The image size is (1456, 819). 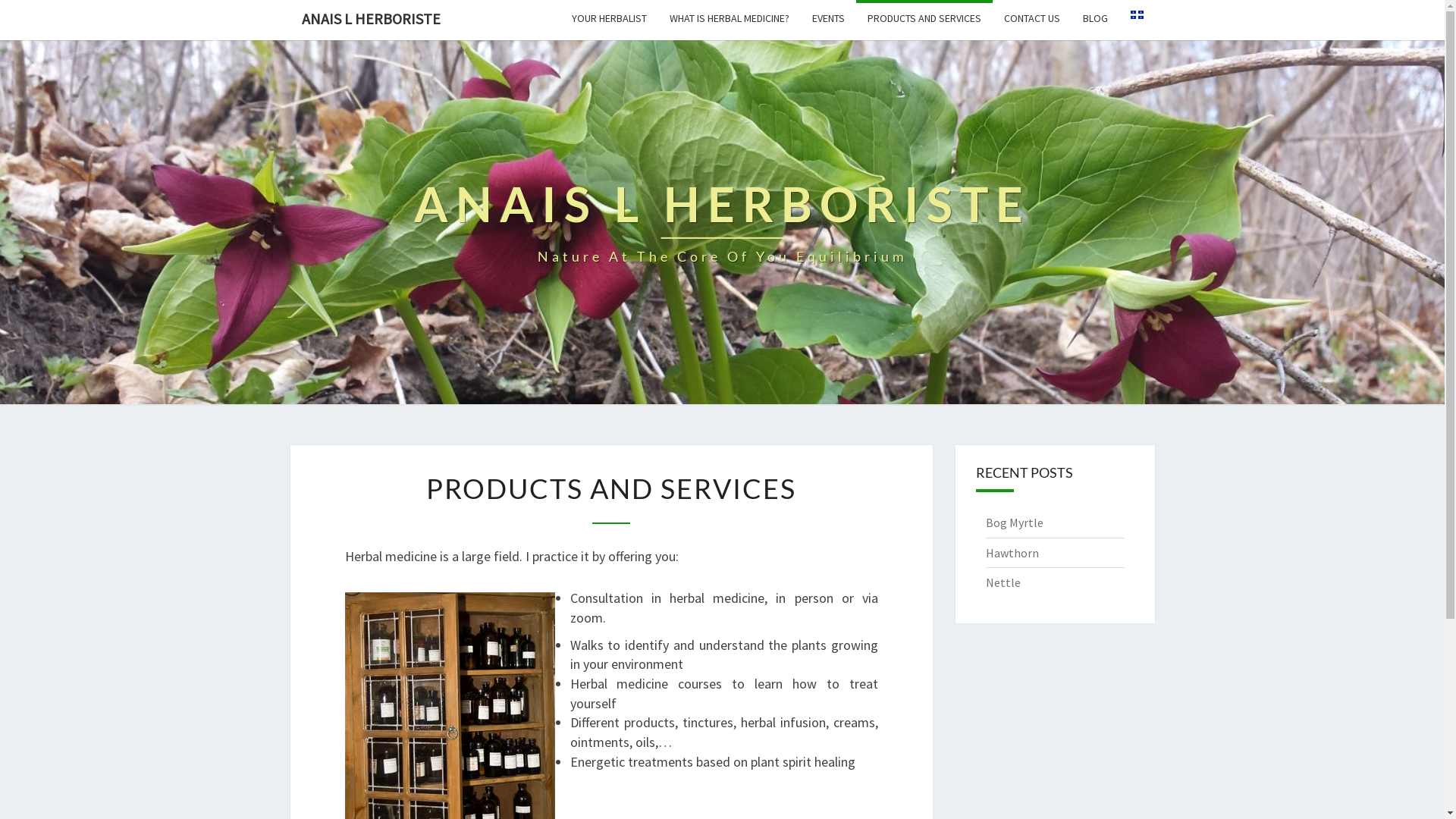 What do you see at coordinates (923, 17) in the screenshot?
I see `'PRODUCTS AND SERVICES'` at bounding box center [923, 17].